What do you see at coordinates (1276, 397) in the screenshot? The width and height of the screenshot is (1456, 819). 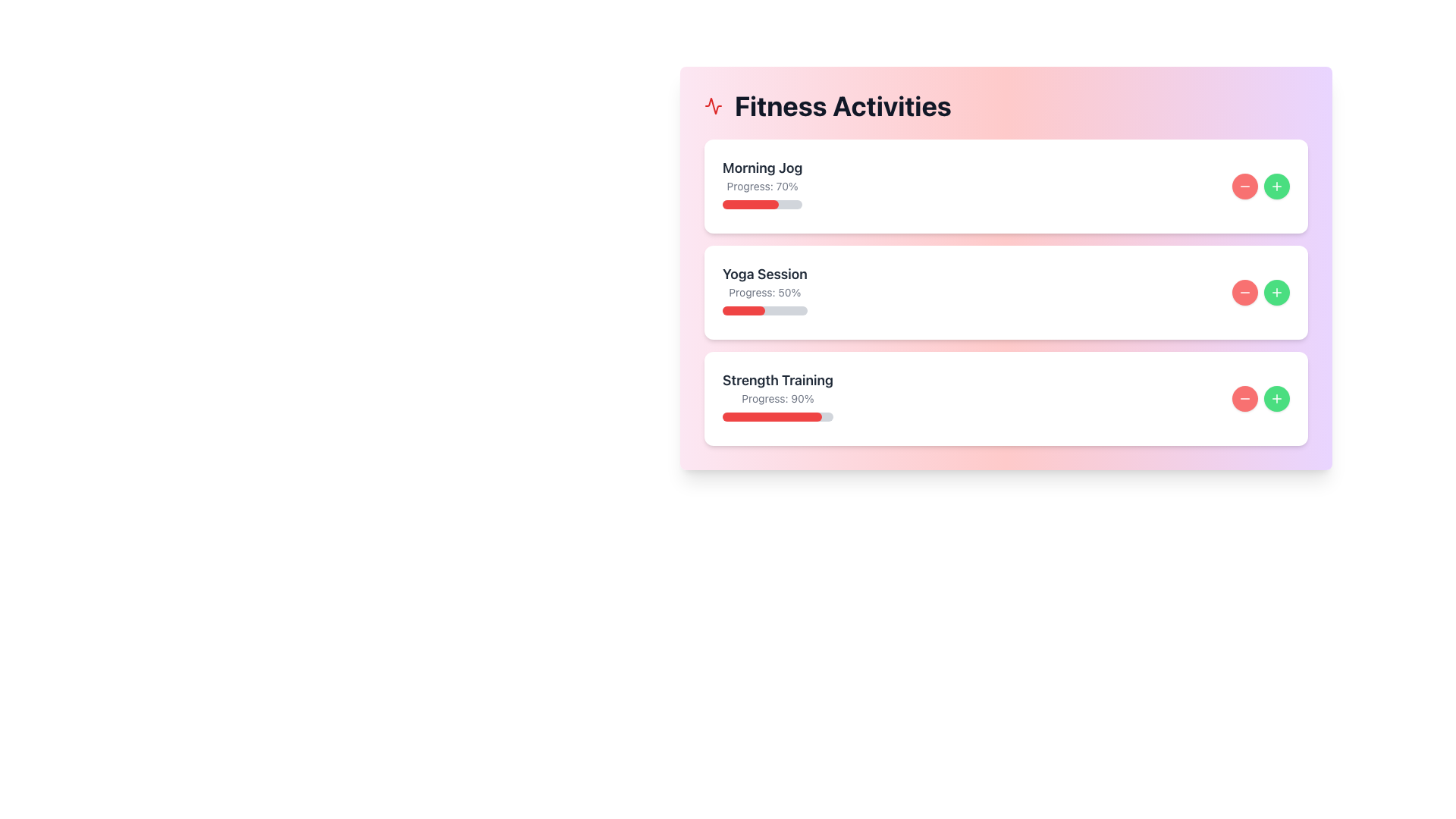 I see `the green circular button featuring a plus icon, which is located at the far-right side of the topmost row in the activities list` at bounding box center [1276, 397].